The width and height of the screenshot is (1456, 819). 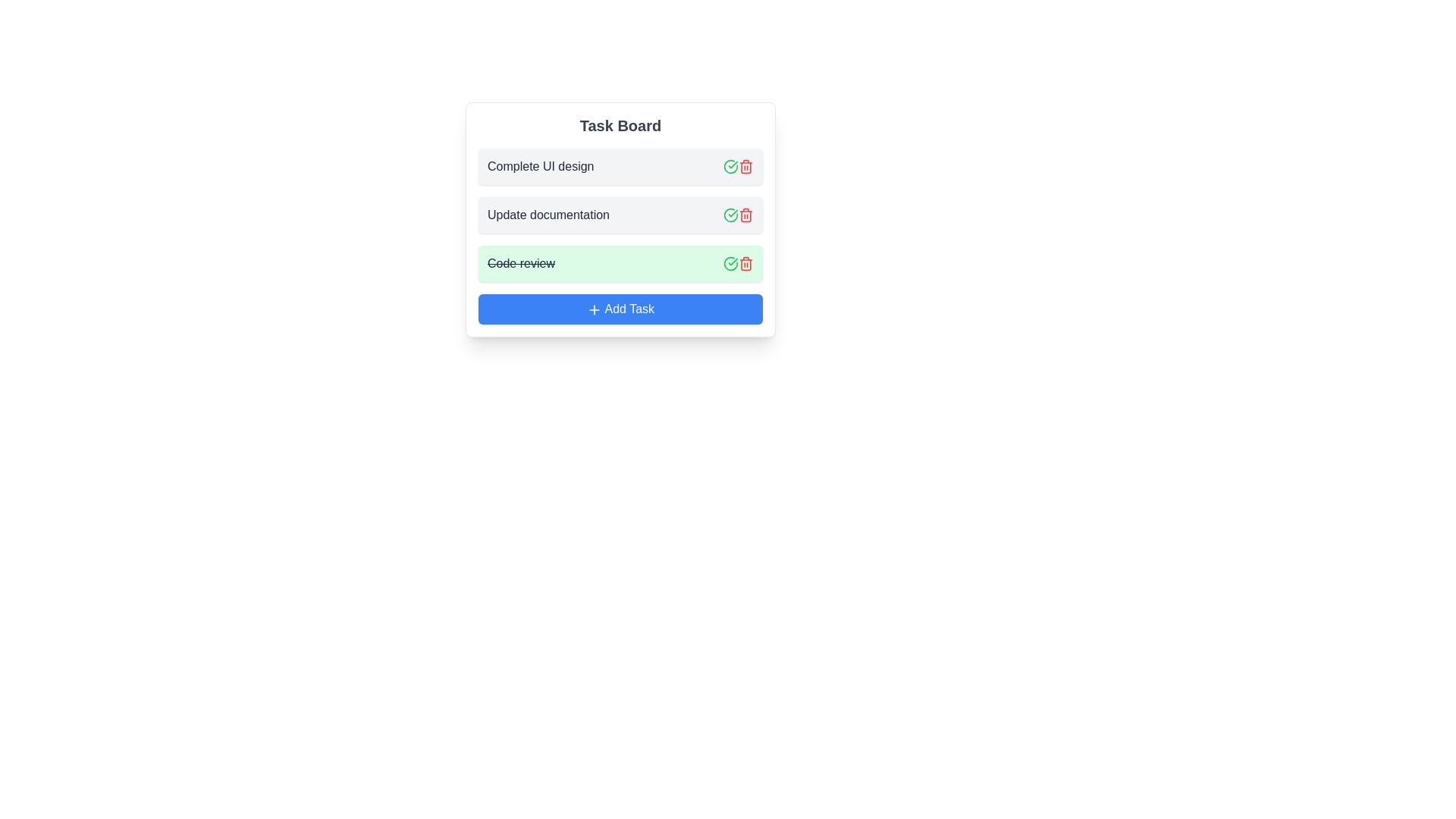 I want to click on the 'Plus' or 'Add' icon located within the 'Add Task' button at the bottom of the content area, so click(x=593, y=309).